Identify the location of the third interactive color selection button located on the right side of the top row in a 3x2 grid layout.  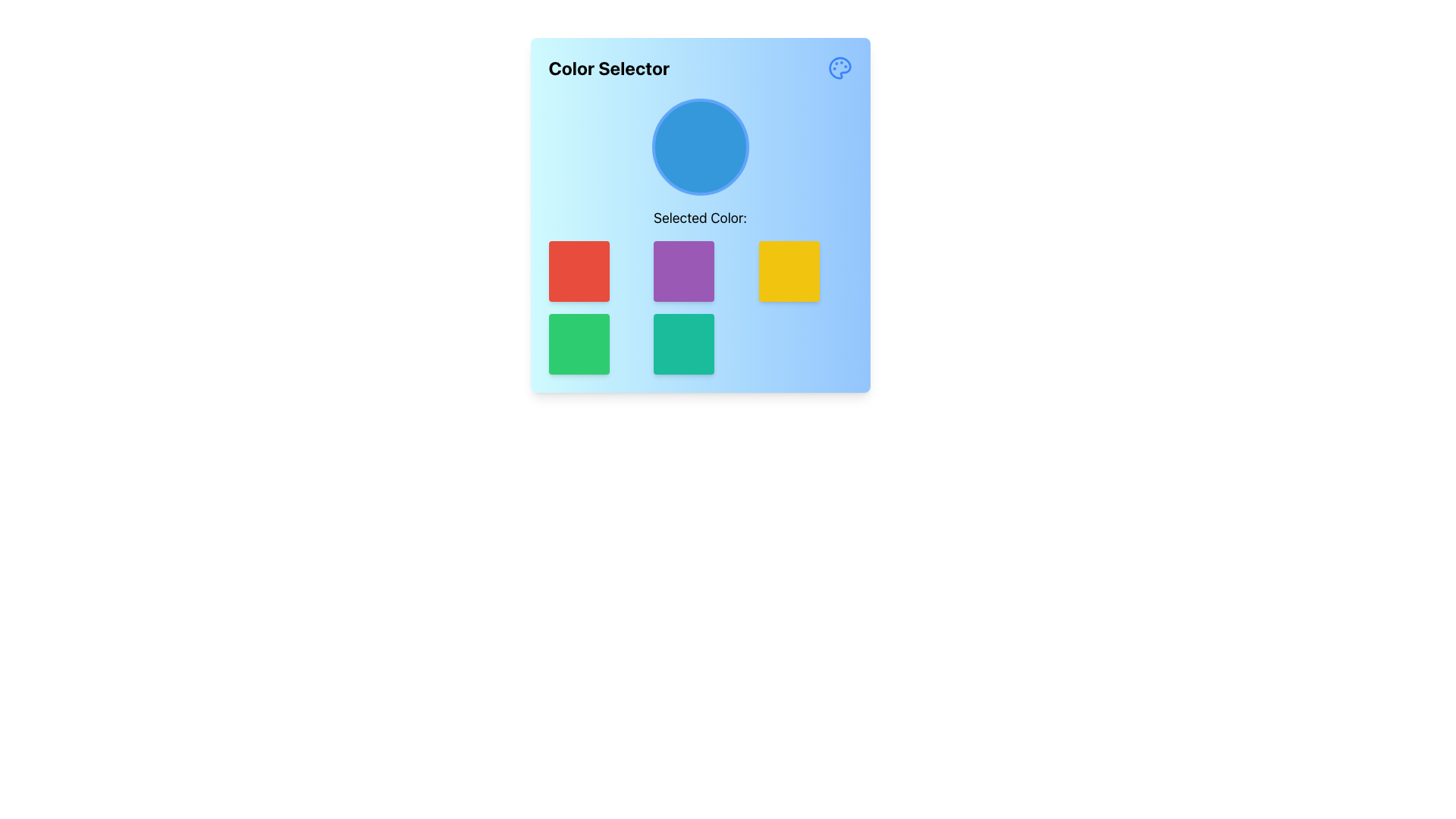
(805, 271).